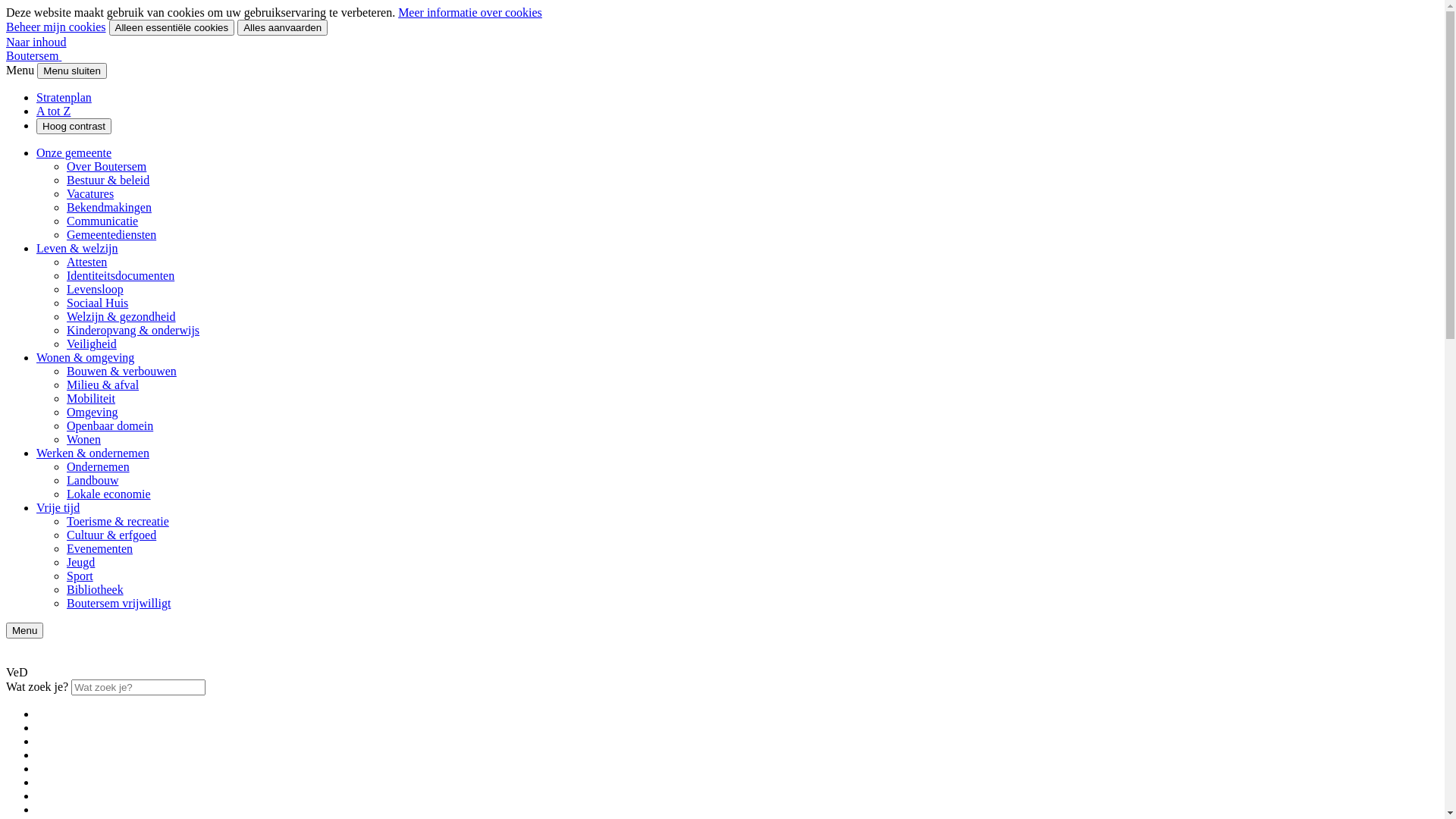 The image size is (1456, 819). What do you see at coordinates (133, 329) in the screenshot?
I see `'Kinderopvang & onderwijs'` at bounding box center [133, 329].